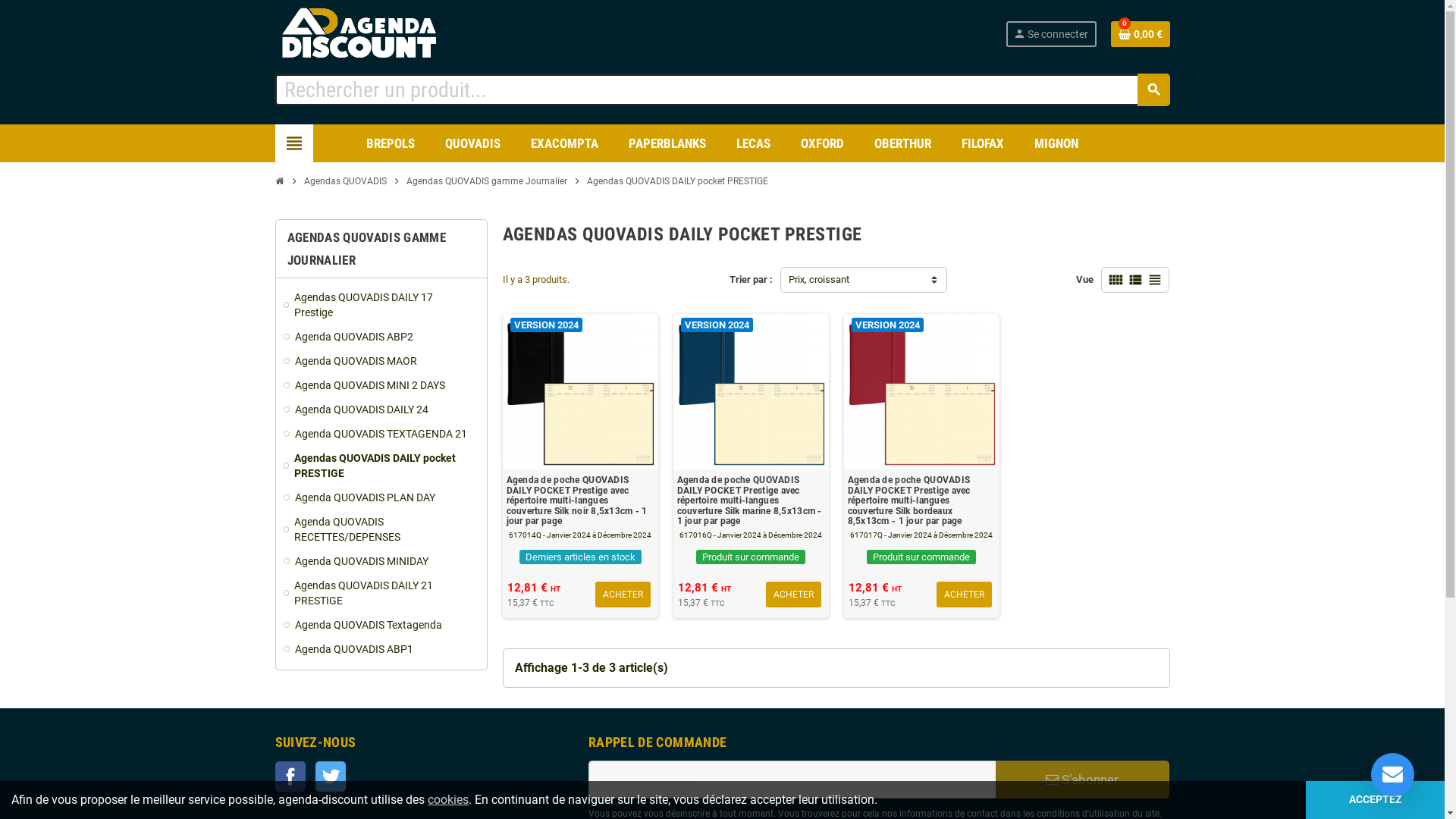 The image size is (1456, 819). Describe the element at coordinates (381, 335) in the screenshot. I see `'Agenda QUOVADIS ABP2'` at that location.